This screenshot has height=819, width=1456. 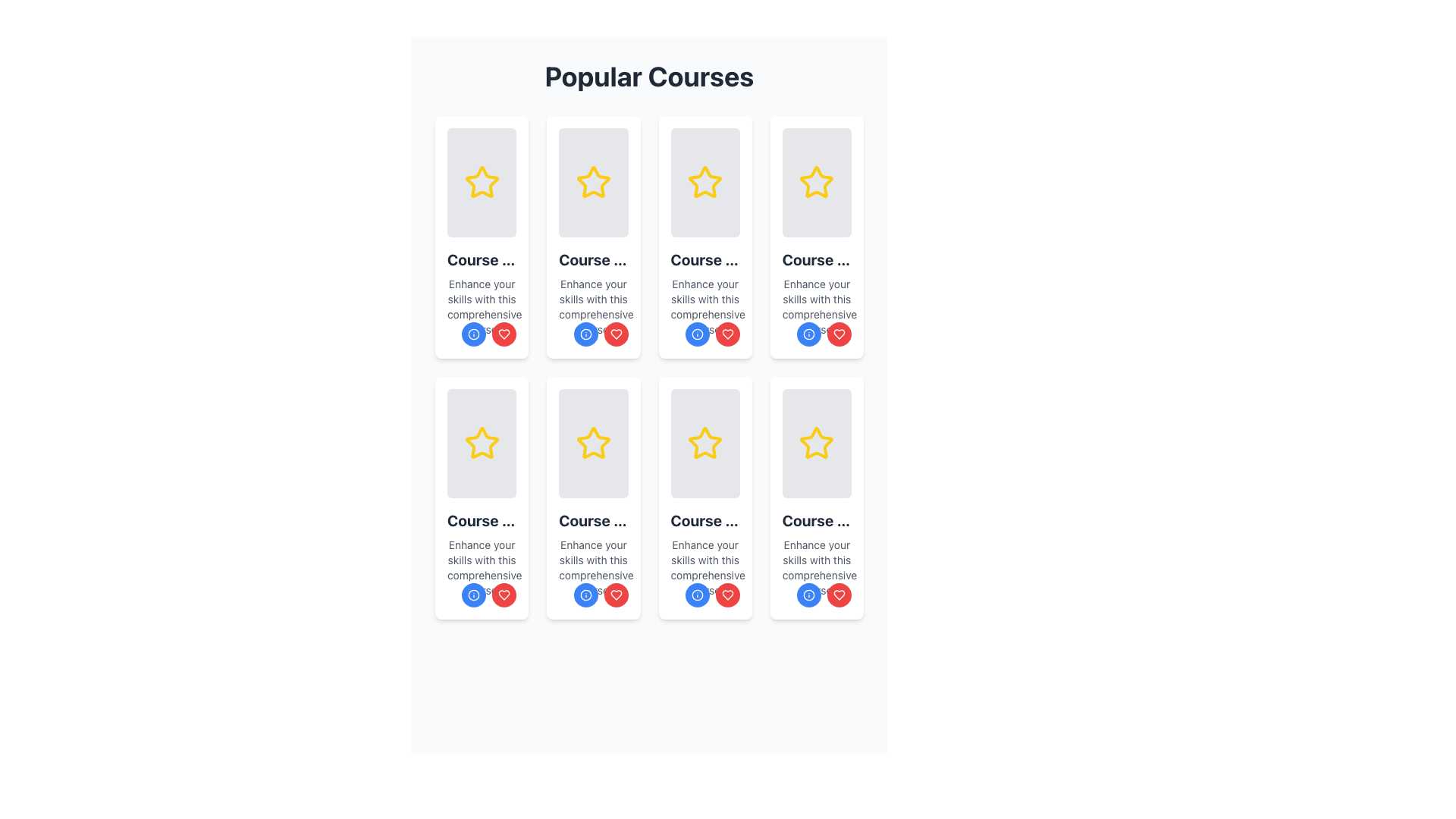 What do you see at coordinates (592, 307) in the screenshot?
I see `the text element that reads 'Enhance your skills with this comprehensive course' styled with a smaller font size and gray color, located in the second card from the left in the first row of course listings` at bounding box center [592, 307].